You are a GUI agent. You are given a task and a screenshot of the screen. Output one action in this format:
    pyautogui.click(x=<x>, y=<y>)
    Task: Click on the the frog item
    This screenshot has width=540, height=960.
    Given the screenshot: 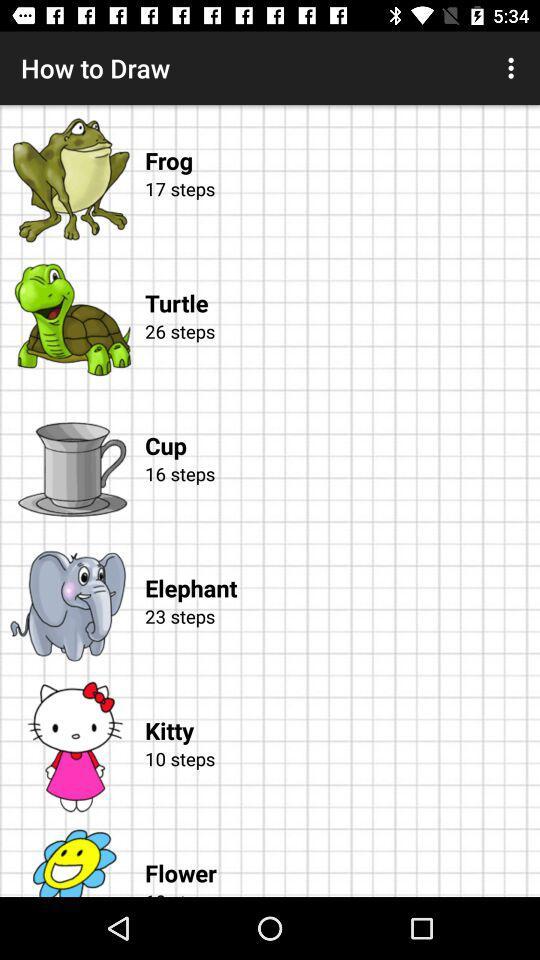 What is the action you would take?
    pyautogui.click(x=341, y=139)
    